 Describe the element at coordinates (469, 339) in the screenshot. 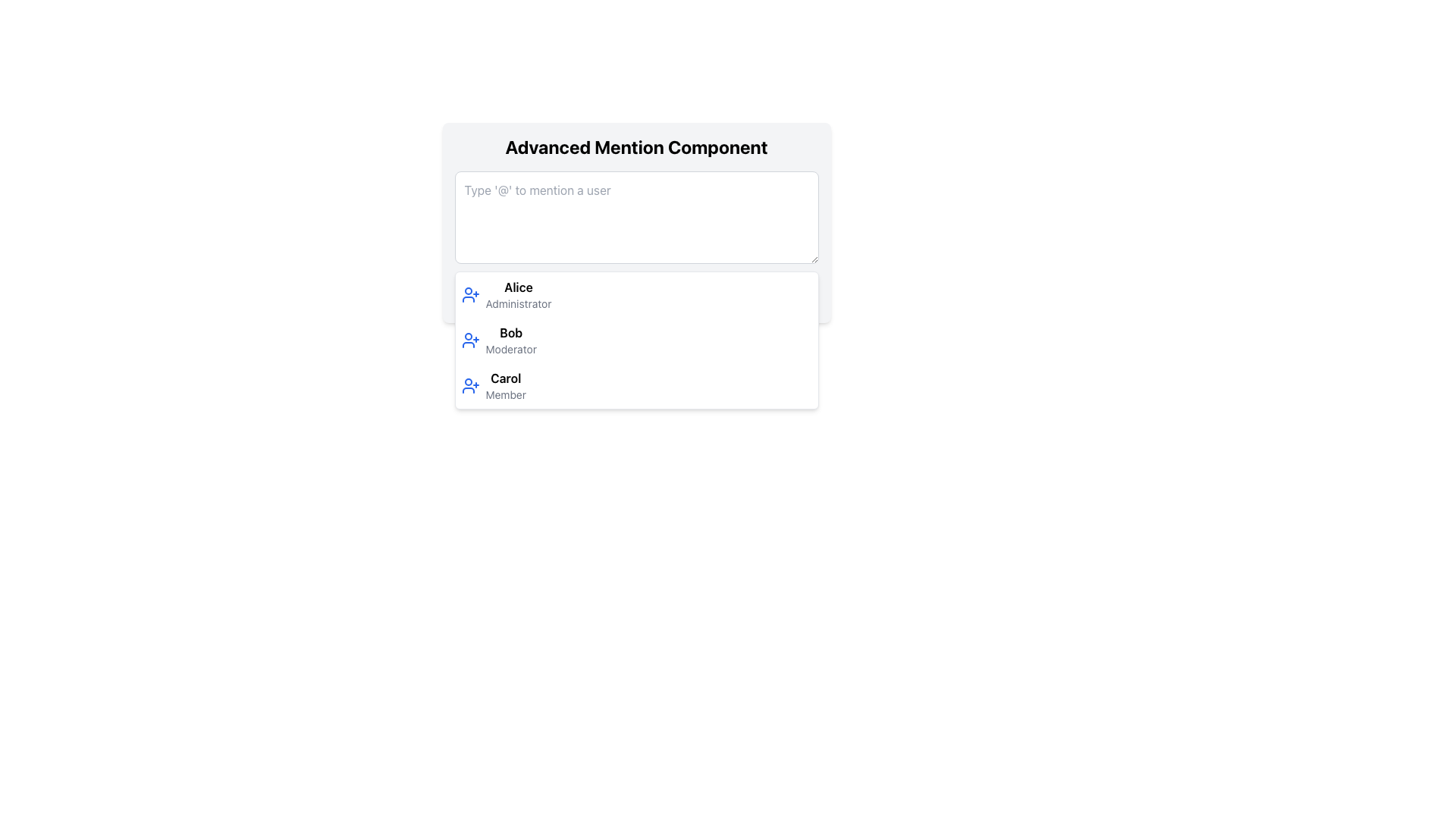

I see `the blue icon with a person outline and '+' symbol associated with adding a user, located to the left of the text 'Bob Moderator'` at that location.